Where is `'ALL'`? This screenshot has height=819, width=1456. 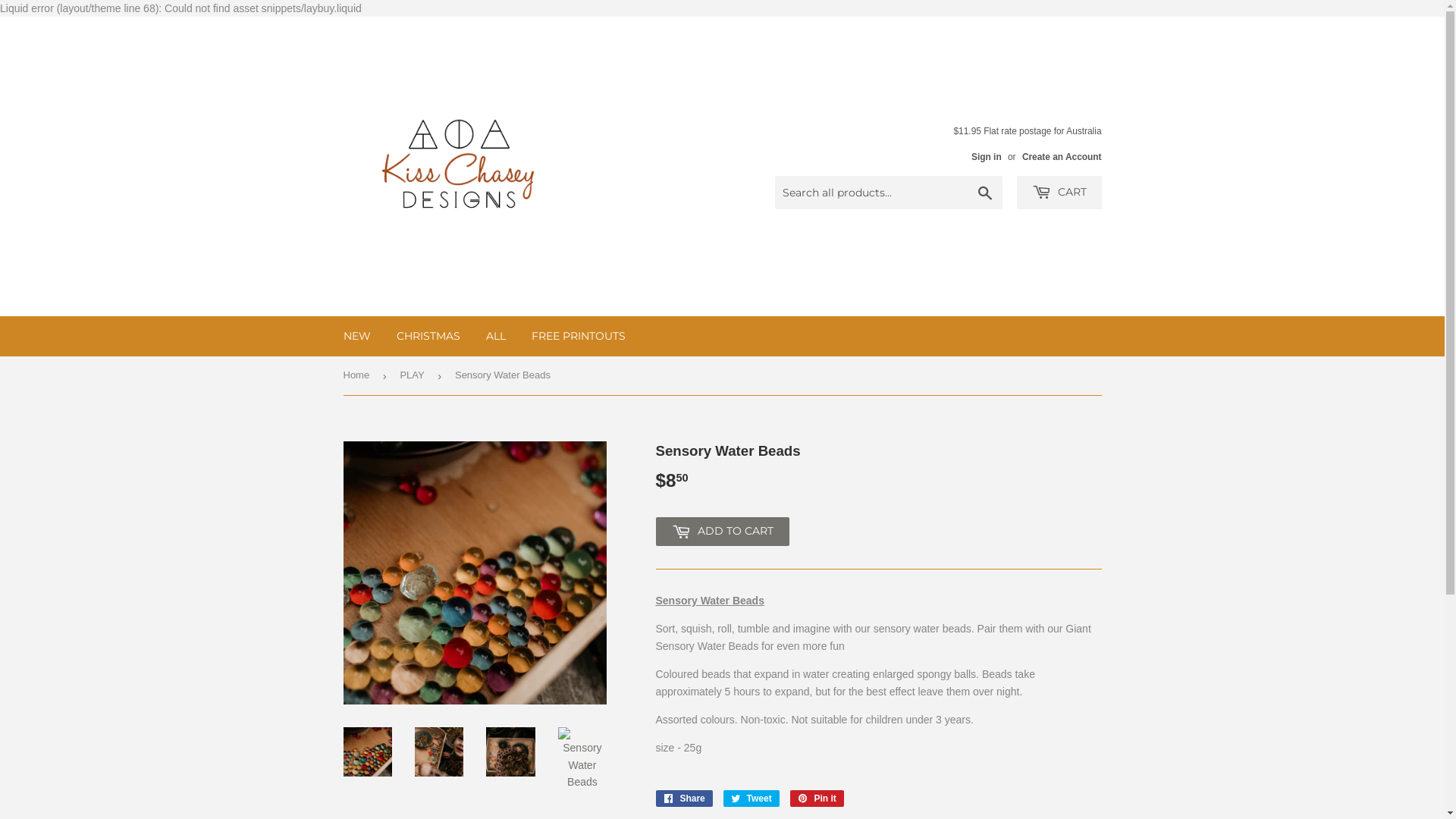
'ALL' is located at coordinates (473, 335).